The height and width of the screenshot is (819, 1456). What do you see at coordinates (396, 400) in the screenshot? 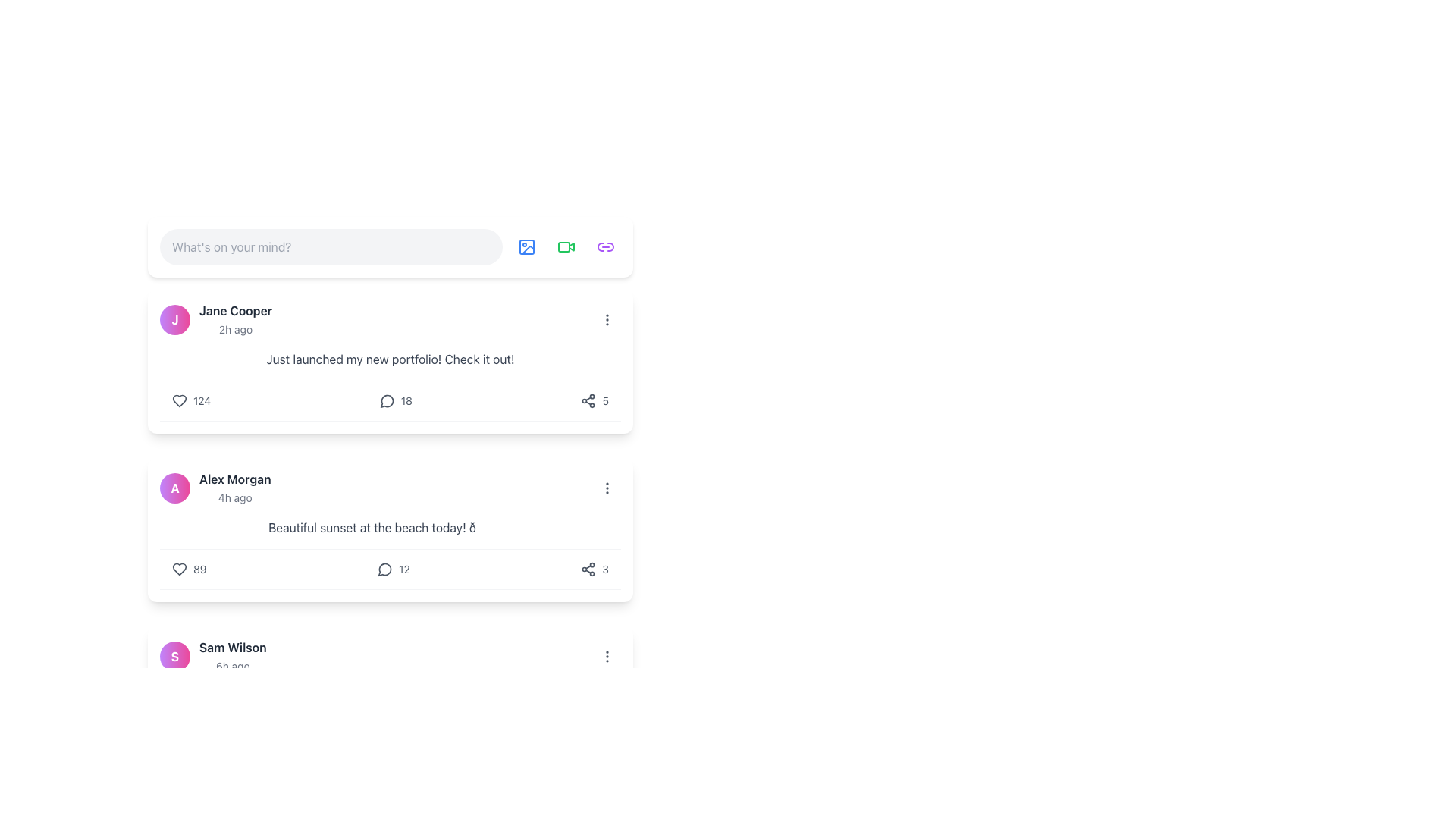
I see `the interactive comment count element located beneath the post by 'Jane Cooper'` at bounding box center [396, 400].